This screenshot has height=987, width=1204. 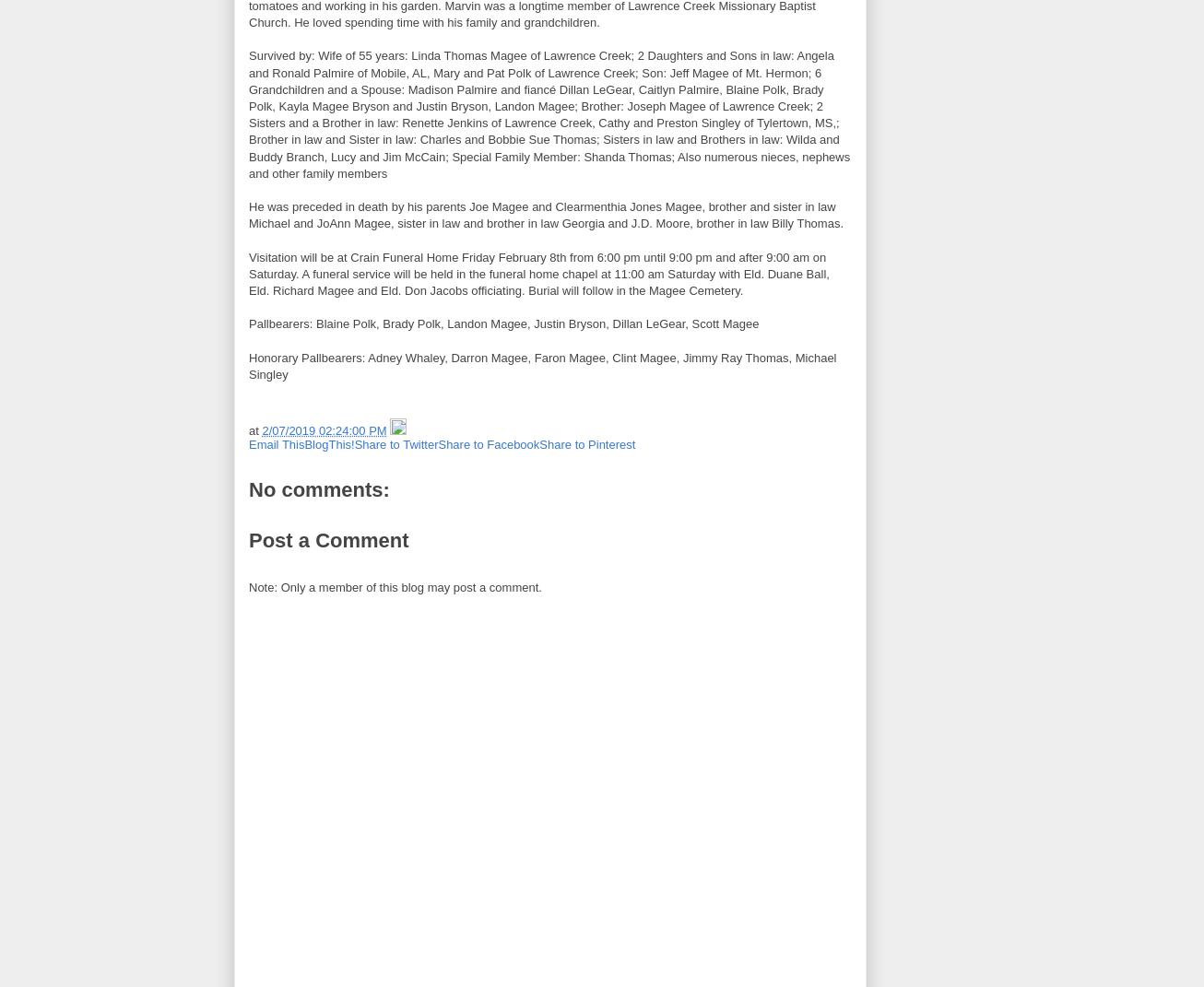 I want to click on '2/07/2019 02:24:00 PM', so click(x=323, y=429).